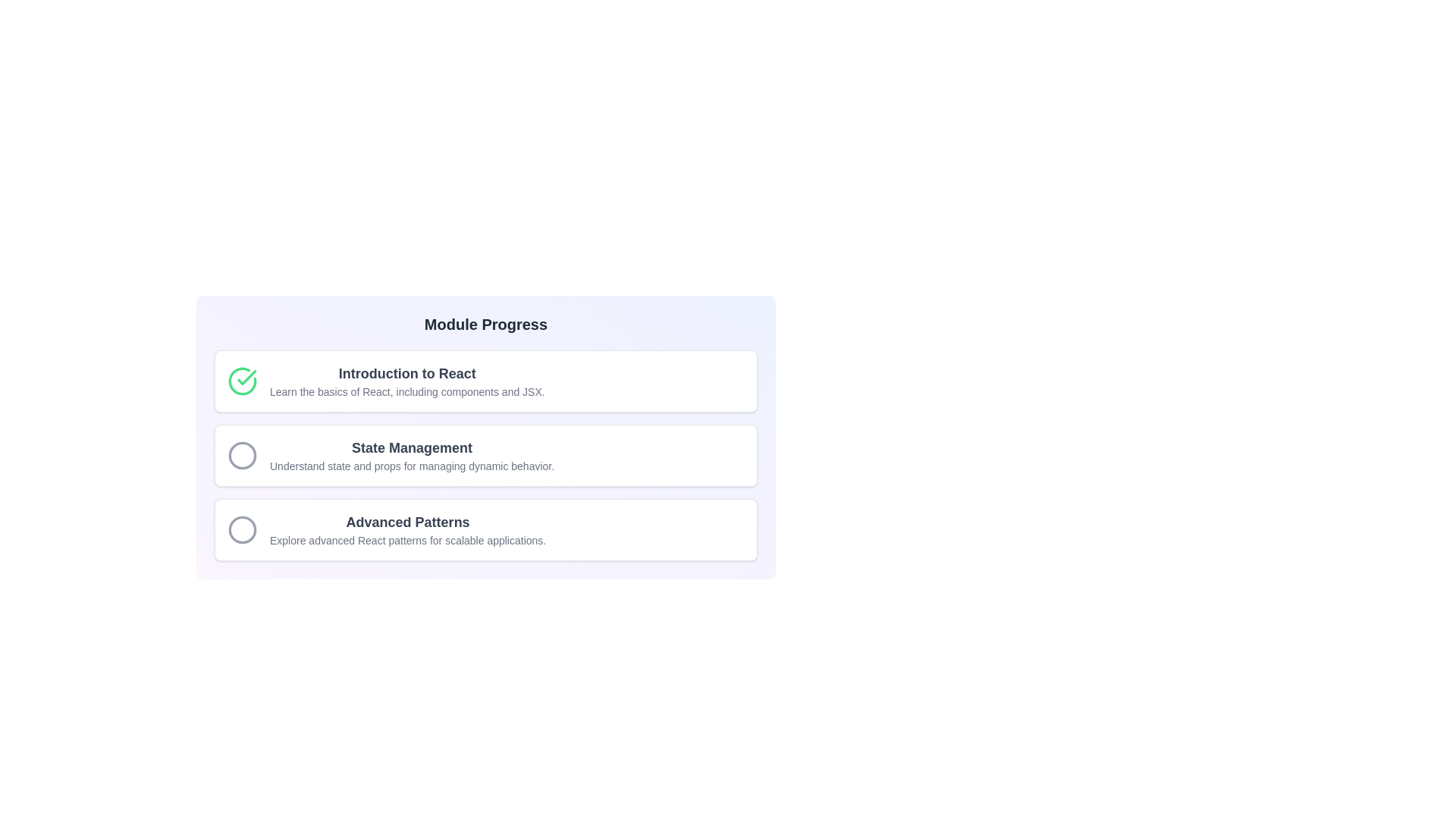 This screenshot has width=1456, height=819. Describe the element at coordinates (412, 465) in the screenshot. I see `text snippet styled in a smaller font size and gray color that reads 'Understand state and props for managing dynamic behavior.' located below the 'State Management' heading` at that location.